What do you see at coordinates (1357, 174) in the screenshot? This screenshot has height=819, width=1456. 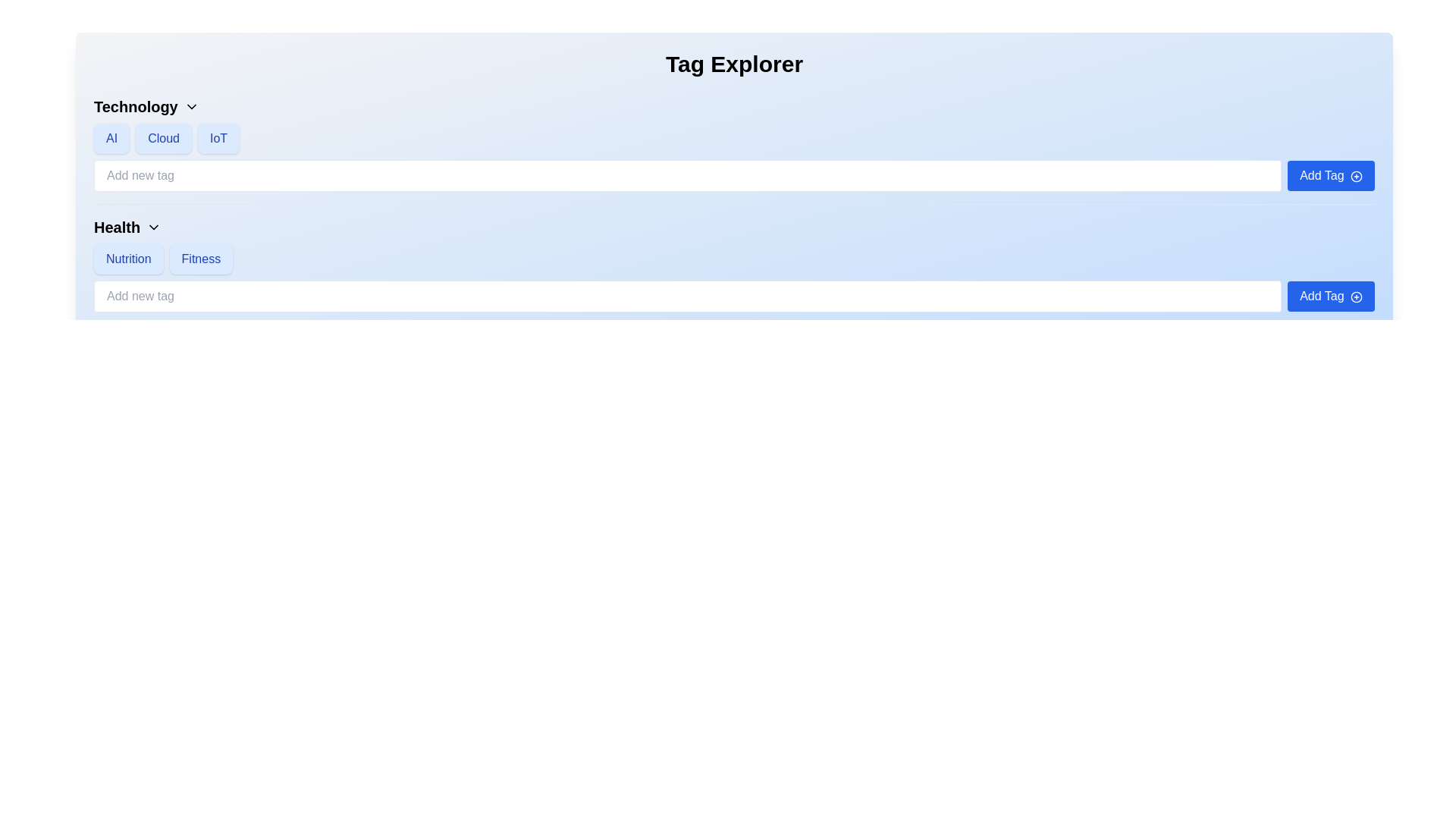 I see `the 'Add Tag' icon, which is a circle outline with a plus sign in the center, located in the Technology group` at bounding box center [1357, 174].